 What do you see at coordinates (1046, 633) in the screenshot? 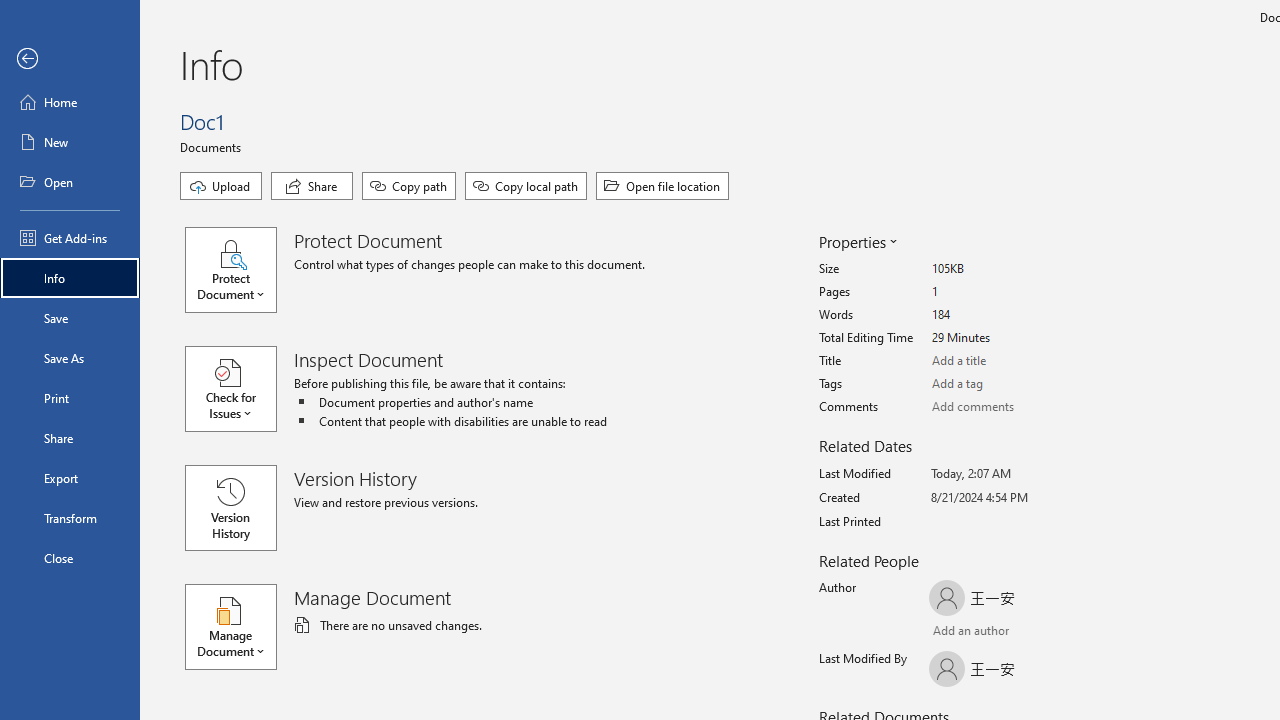
I see `'Browse Address Book'` at bounding box center [1046, 633].